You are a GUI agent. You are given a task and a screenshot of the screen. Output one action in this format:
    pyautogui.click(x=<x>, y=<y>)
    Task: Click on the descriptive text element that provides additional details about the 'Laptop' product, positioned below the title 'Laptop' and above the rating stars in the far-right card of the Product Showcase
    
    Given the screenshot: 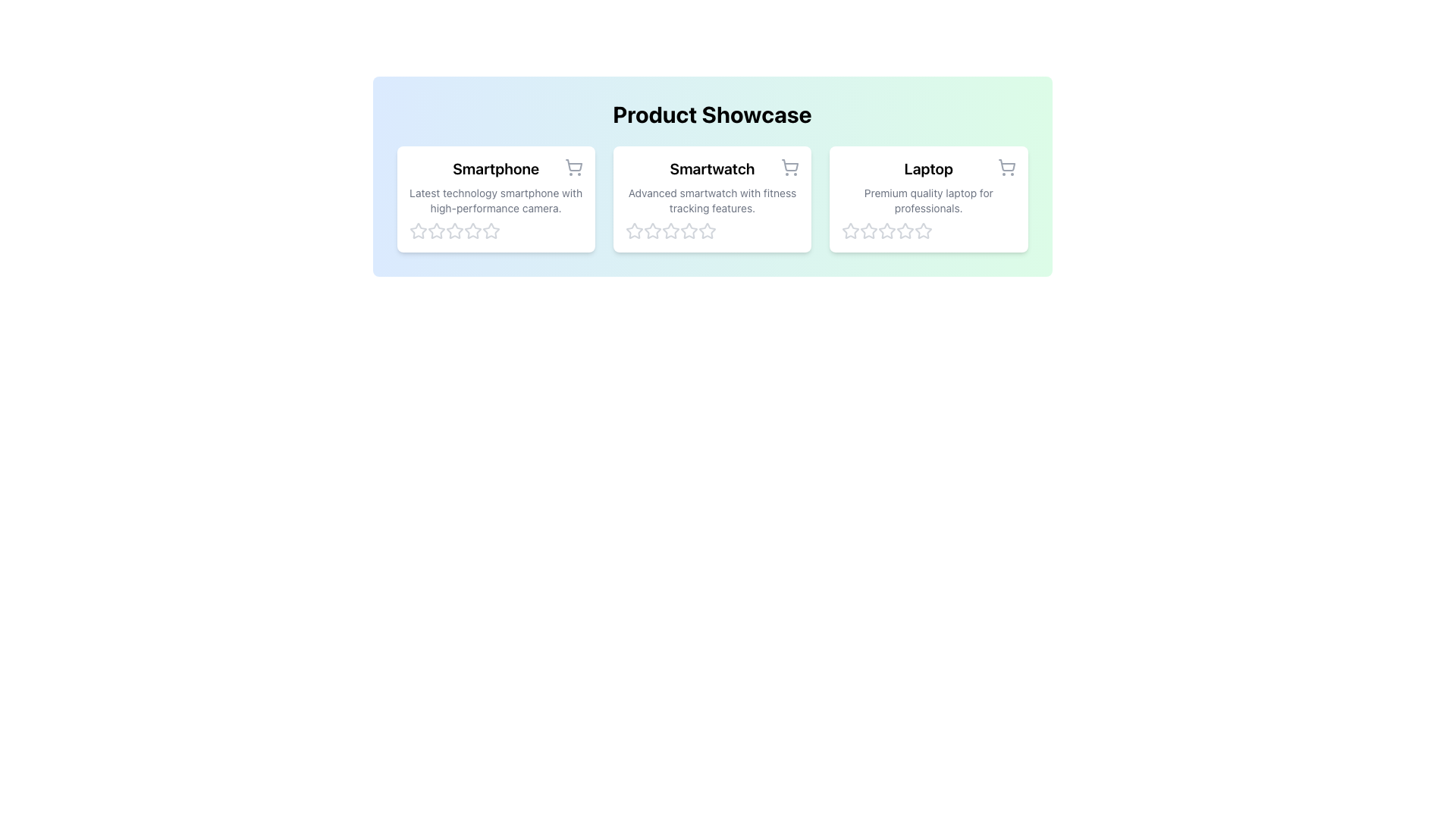 What is the action you would take?
    pyautogui.click(x=927, y=200)
    